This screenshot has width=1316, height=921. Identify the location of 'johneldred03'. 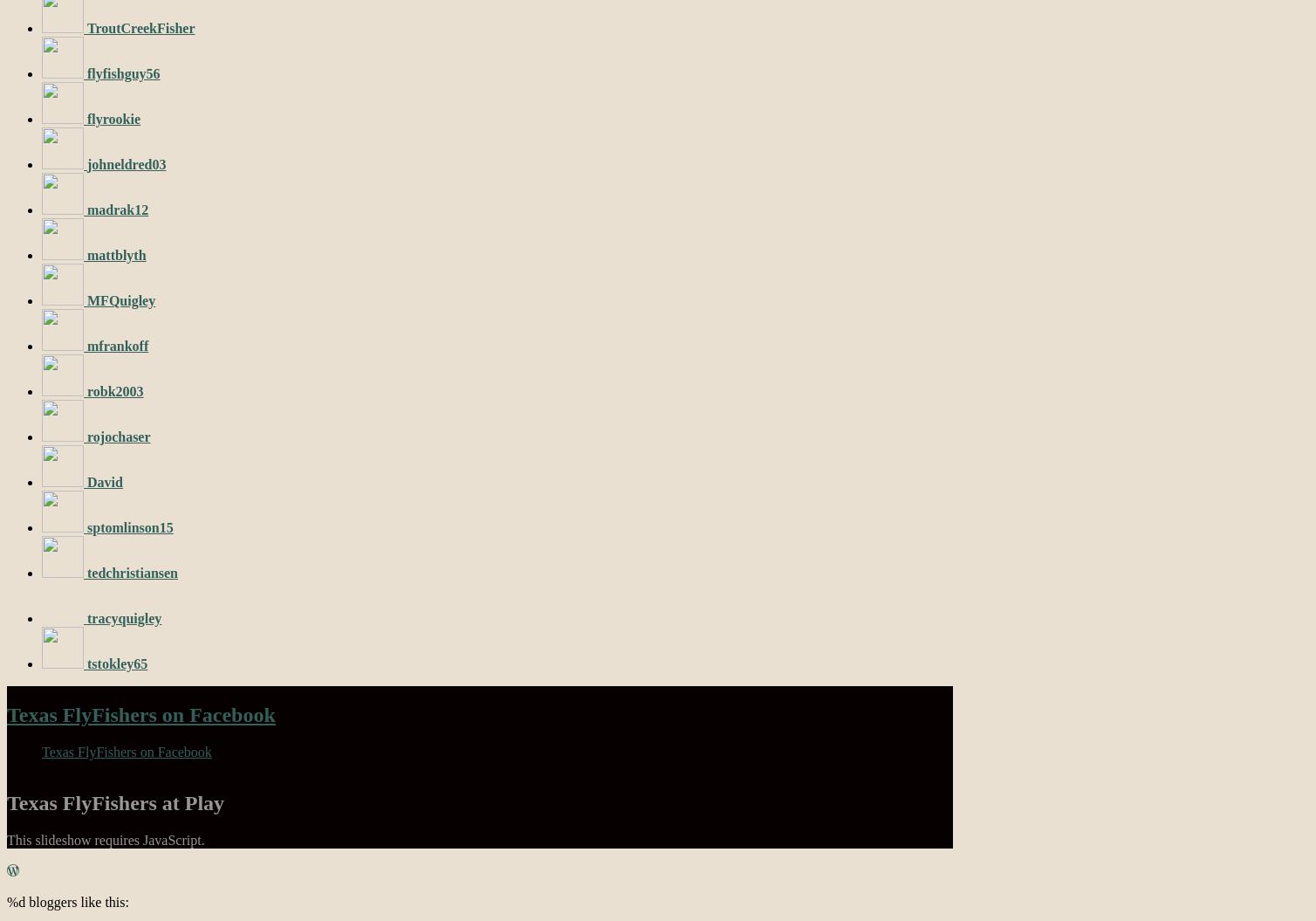
(127, 163).